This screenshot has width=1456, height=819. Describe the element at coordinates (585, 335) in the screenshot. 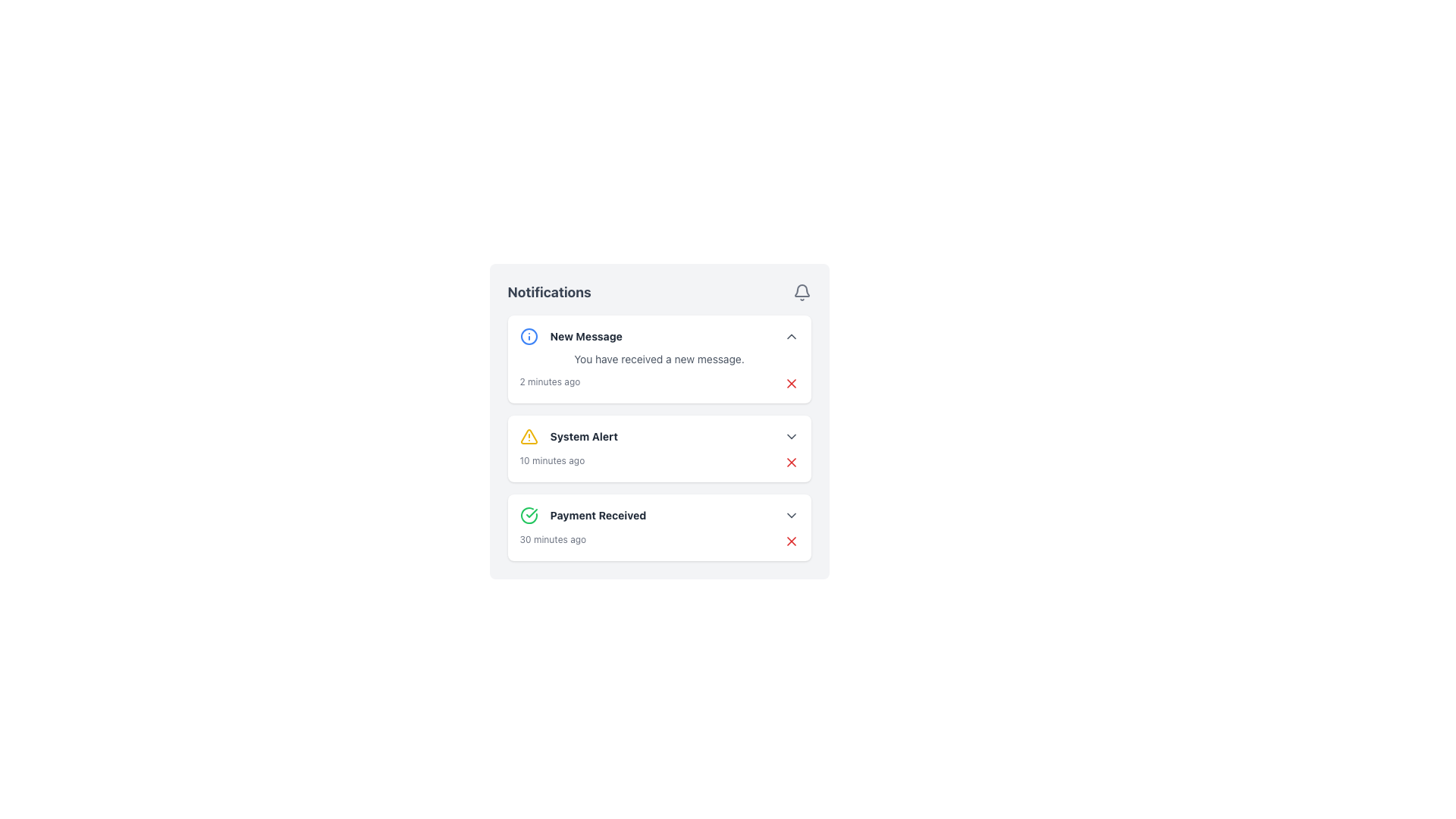

I see `the text label that serves as the title of the notification item, positioned to the right of a blue circular icon and above the notification details text in the first notification card` at that location.